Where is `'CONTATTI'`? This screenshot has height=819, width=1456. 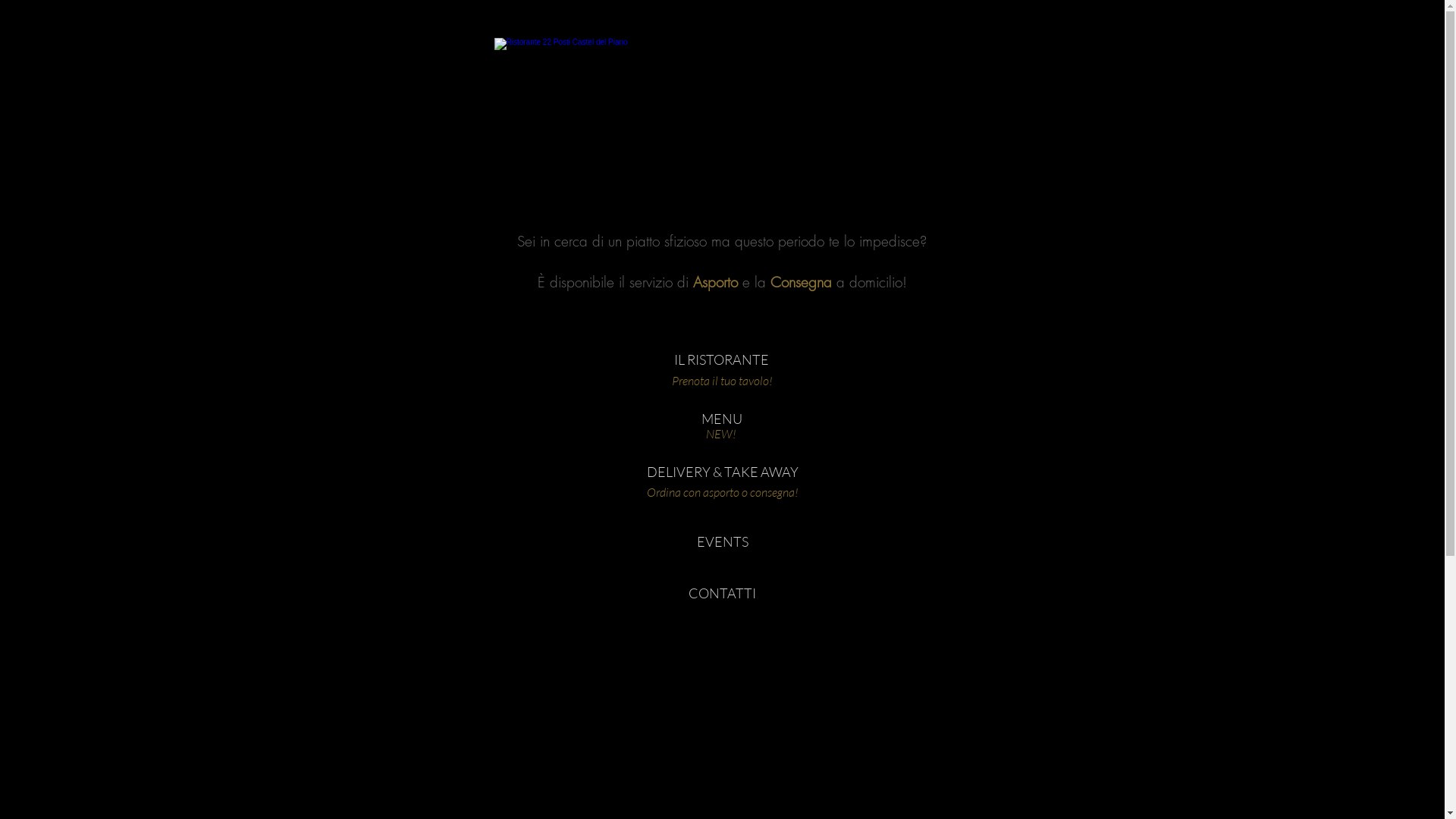 'CONTATTI' is located at coordinates (651, 593).